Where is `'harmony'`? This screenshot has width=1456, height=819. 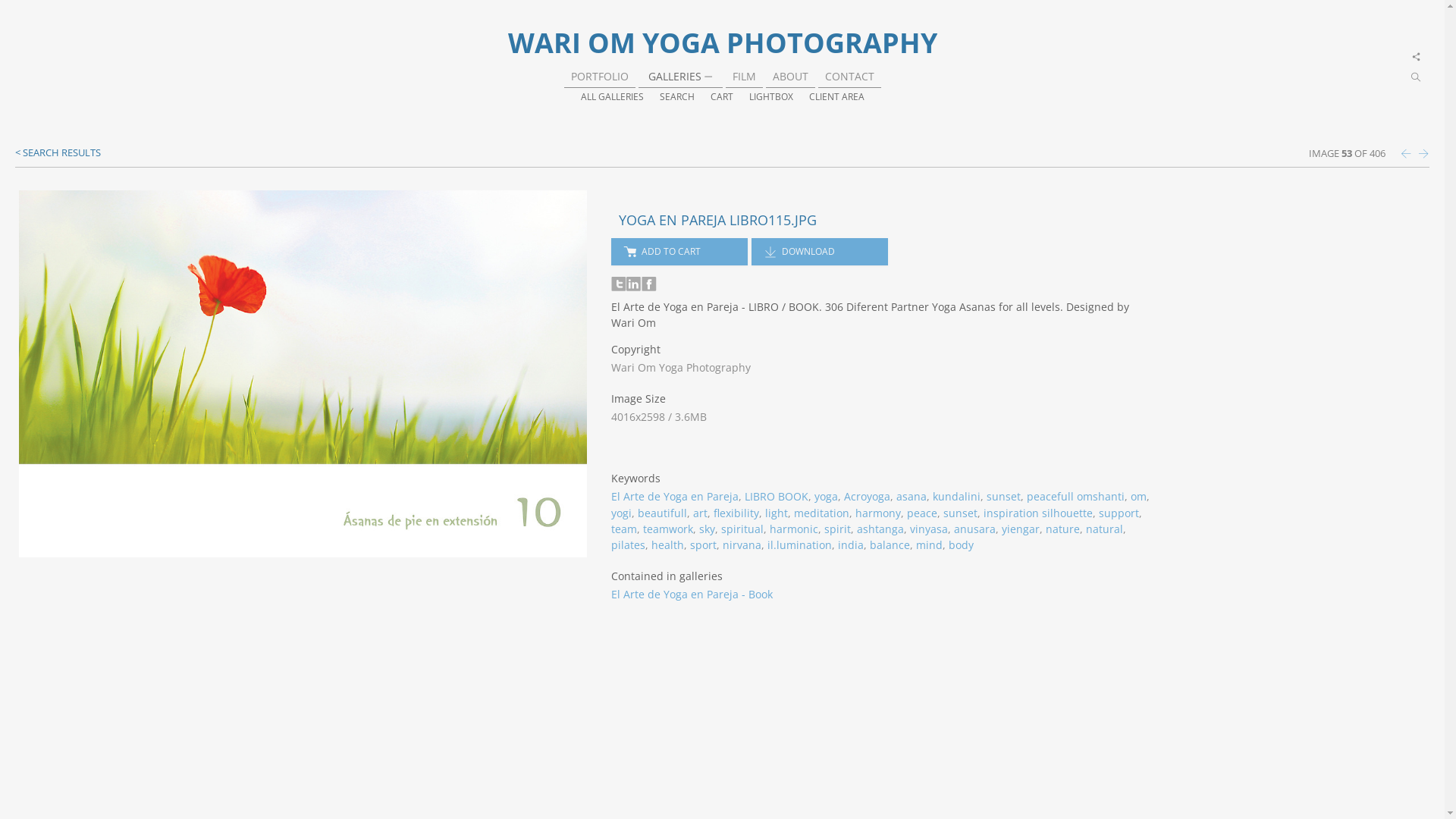
'harmony' is located at coordinates (877, 512).